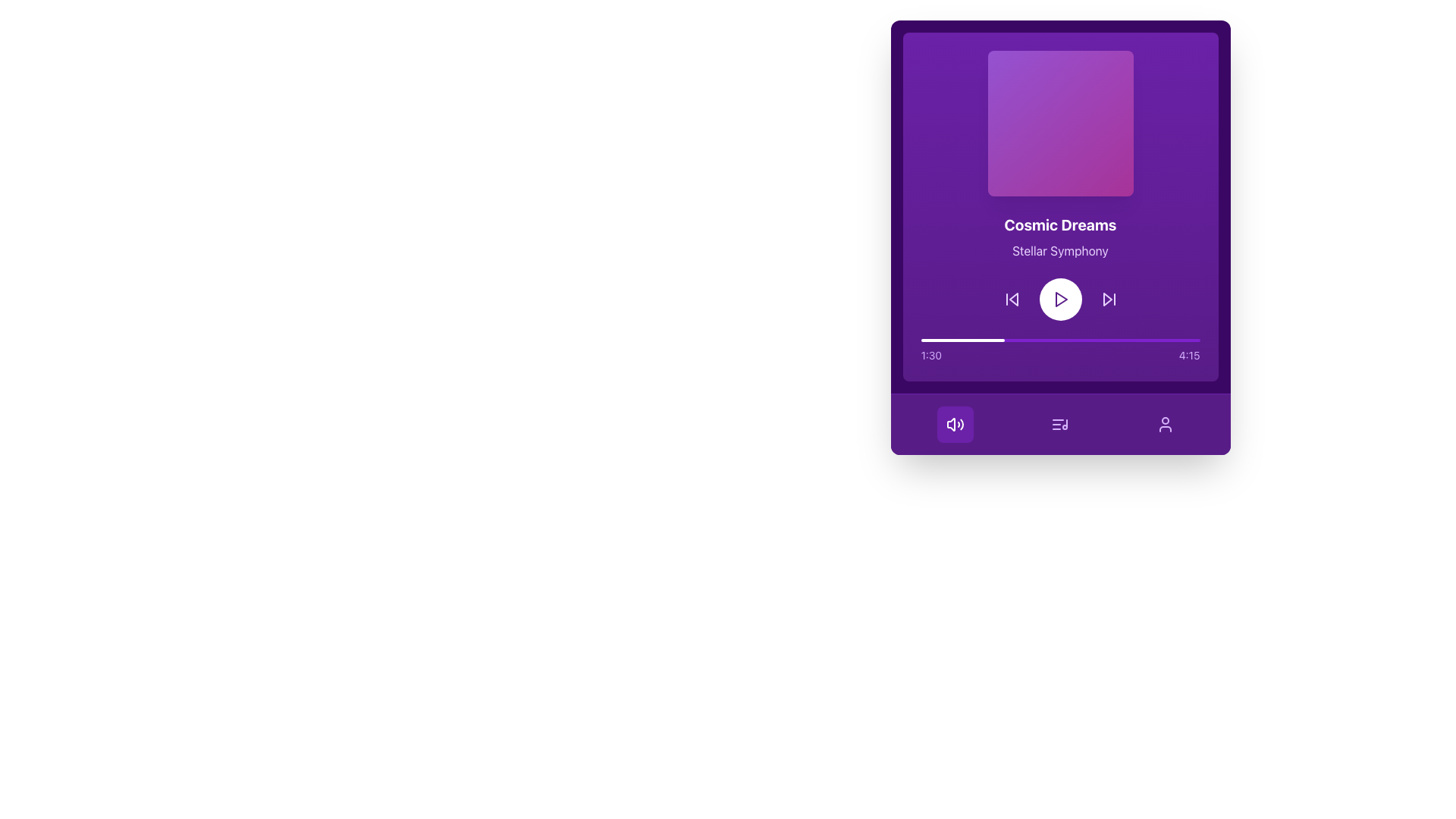  What do you see at coordinates (1107, 299) in the screenshot?
I see `the small triangular shape button segment, which is part of the skip forward functionality in the media player interface` at bounding box center [1107, 299].